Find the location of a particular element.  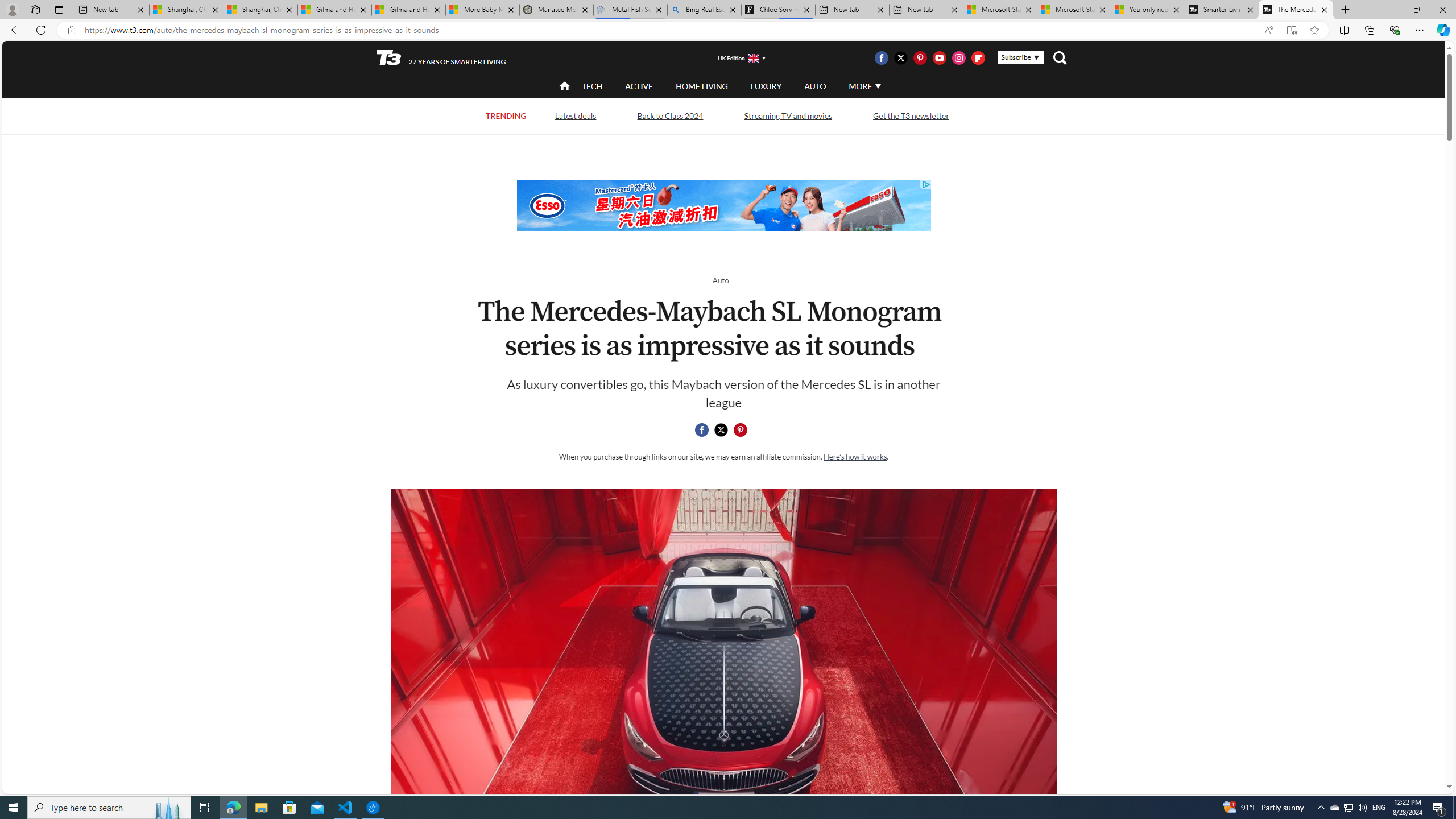

'UK Edition' is located at coordinates (737, 58).